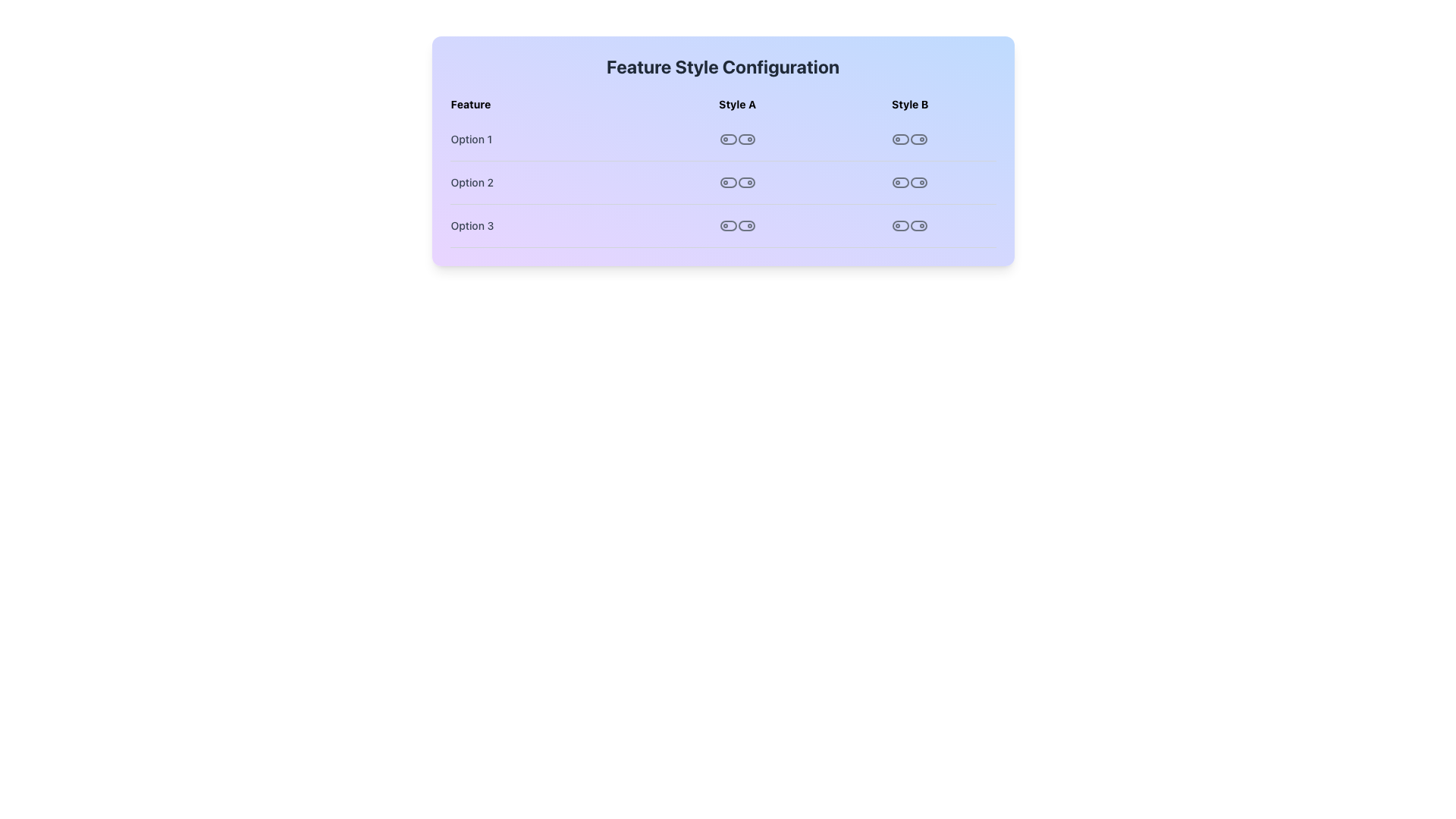 The height and width of the screenshot is (819, 1456). I want to click on the toggle switch background located in the bottom row of the Style B column for Option 3 by clicking on it, so click(901, 225).